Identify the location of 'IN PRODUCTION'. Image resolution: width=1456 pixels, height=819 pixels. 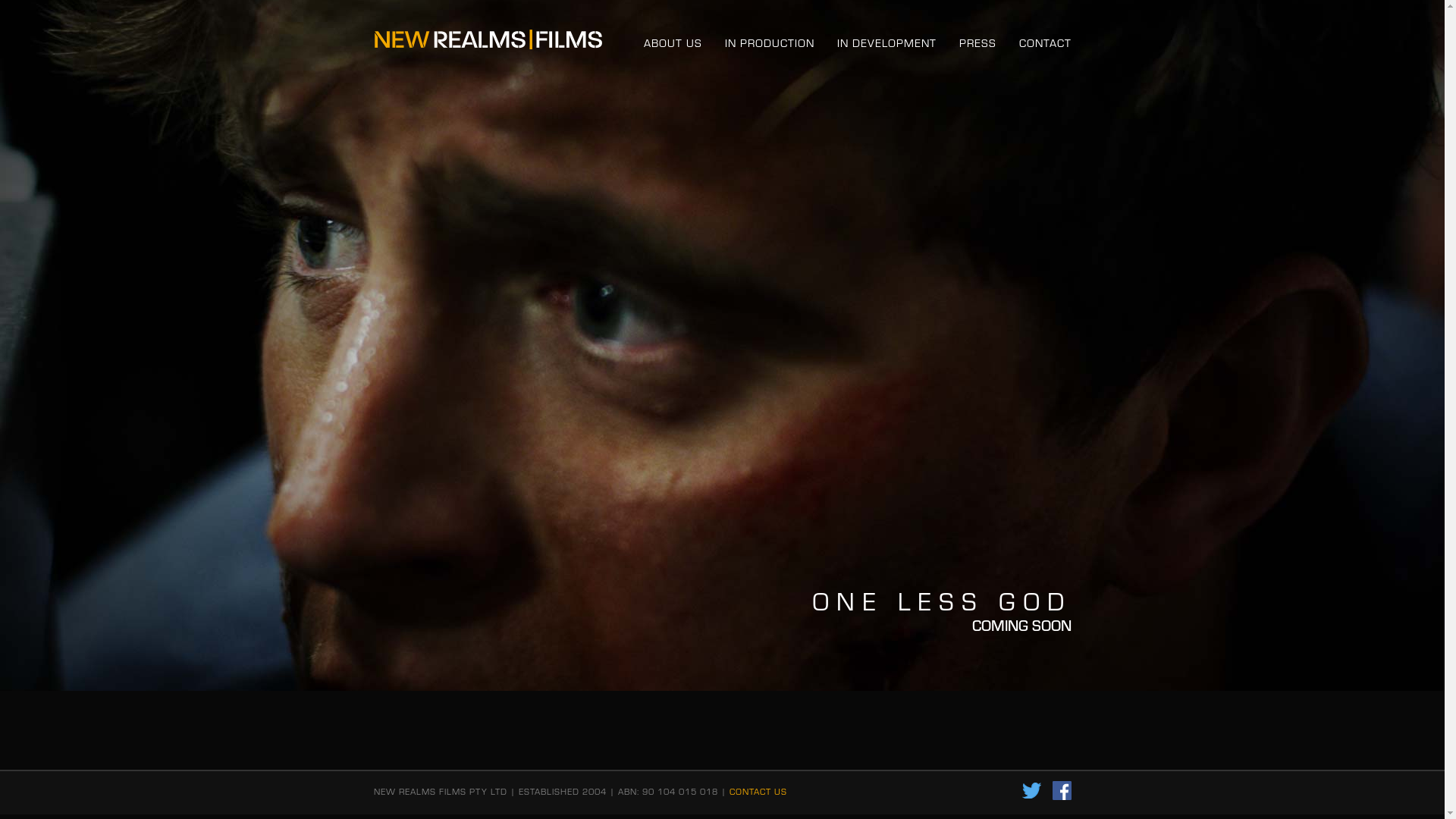
(769, 42).